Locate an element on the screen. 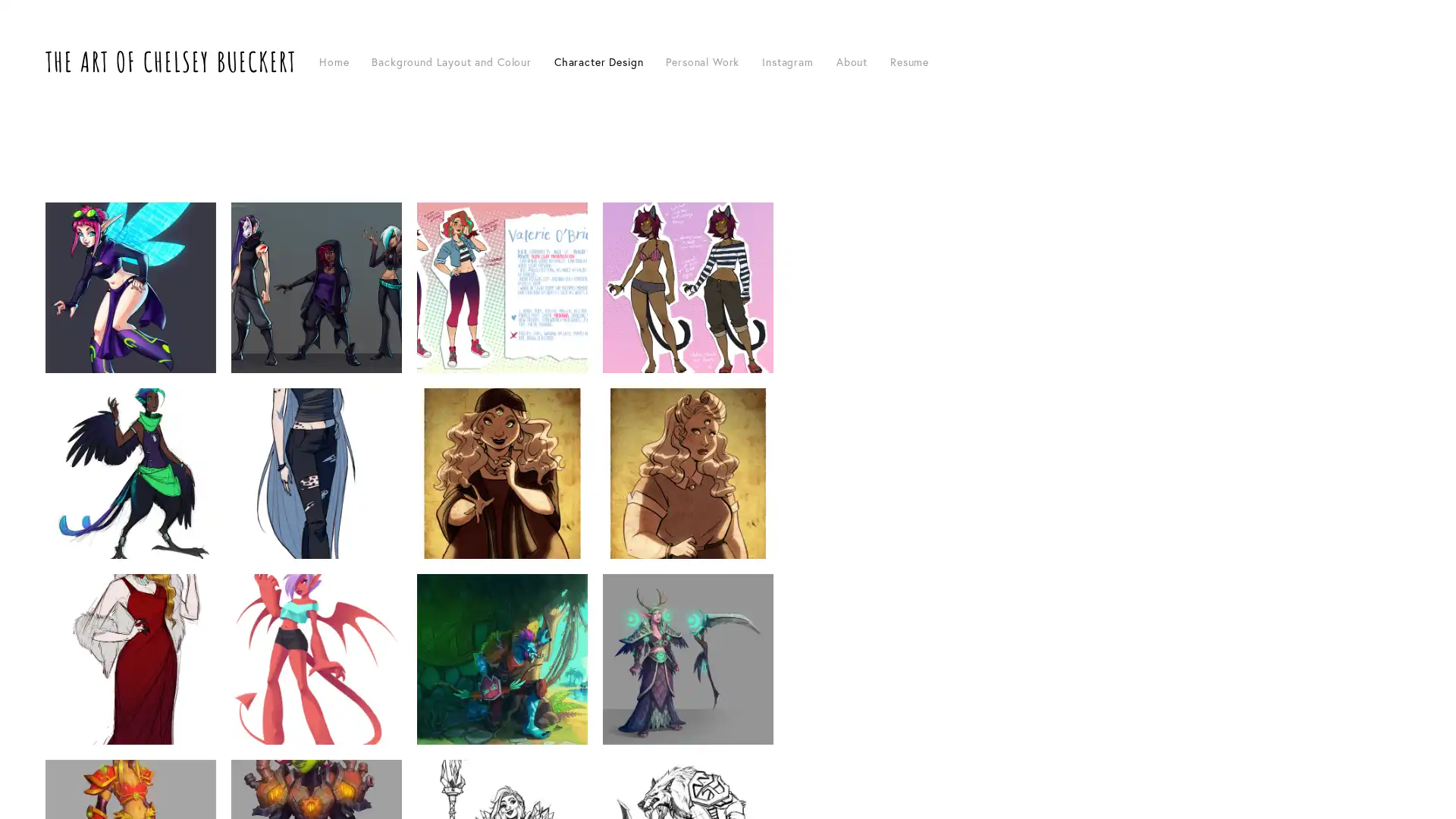 The image size is (1456, 819). View fullsize peneports2.png is located at coordinates (502, 472).